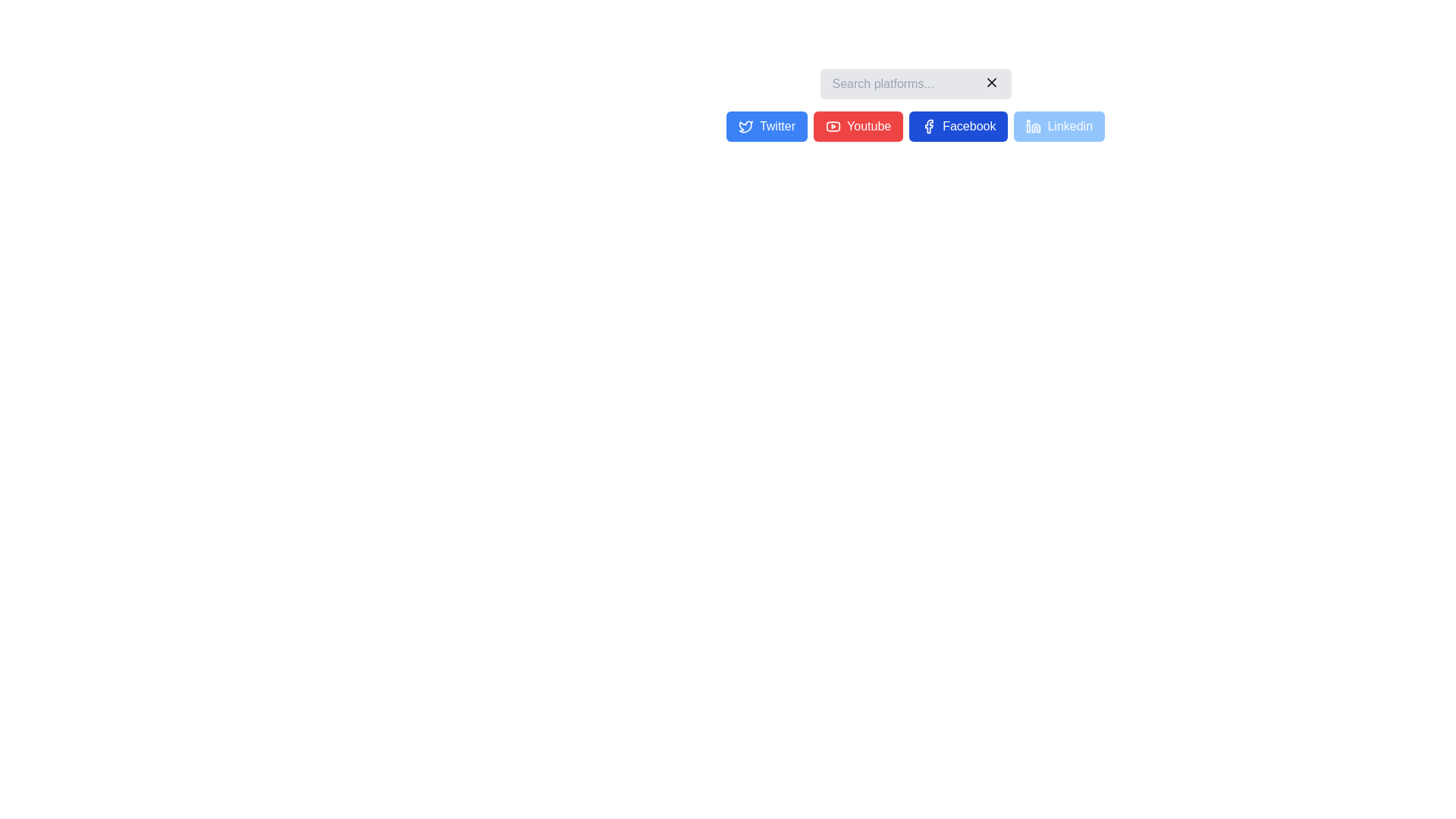 This screenshot has width=1456, height=819. Describe the element at coordinates (858, 125) in the screenshot. I see `the bright red 'Youtube' button with rounded corners that contains white text and is located between the blue 'Twitter' button and the darker blue 'Facebook' button` at that location.